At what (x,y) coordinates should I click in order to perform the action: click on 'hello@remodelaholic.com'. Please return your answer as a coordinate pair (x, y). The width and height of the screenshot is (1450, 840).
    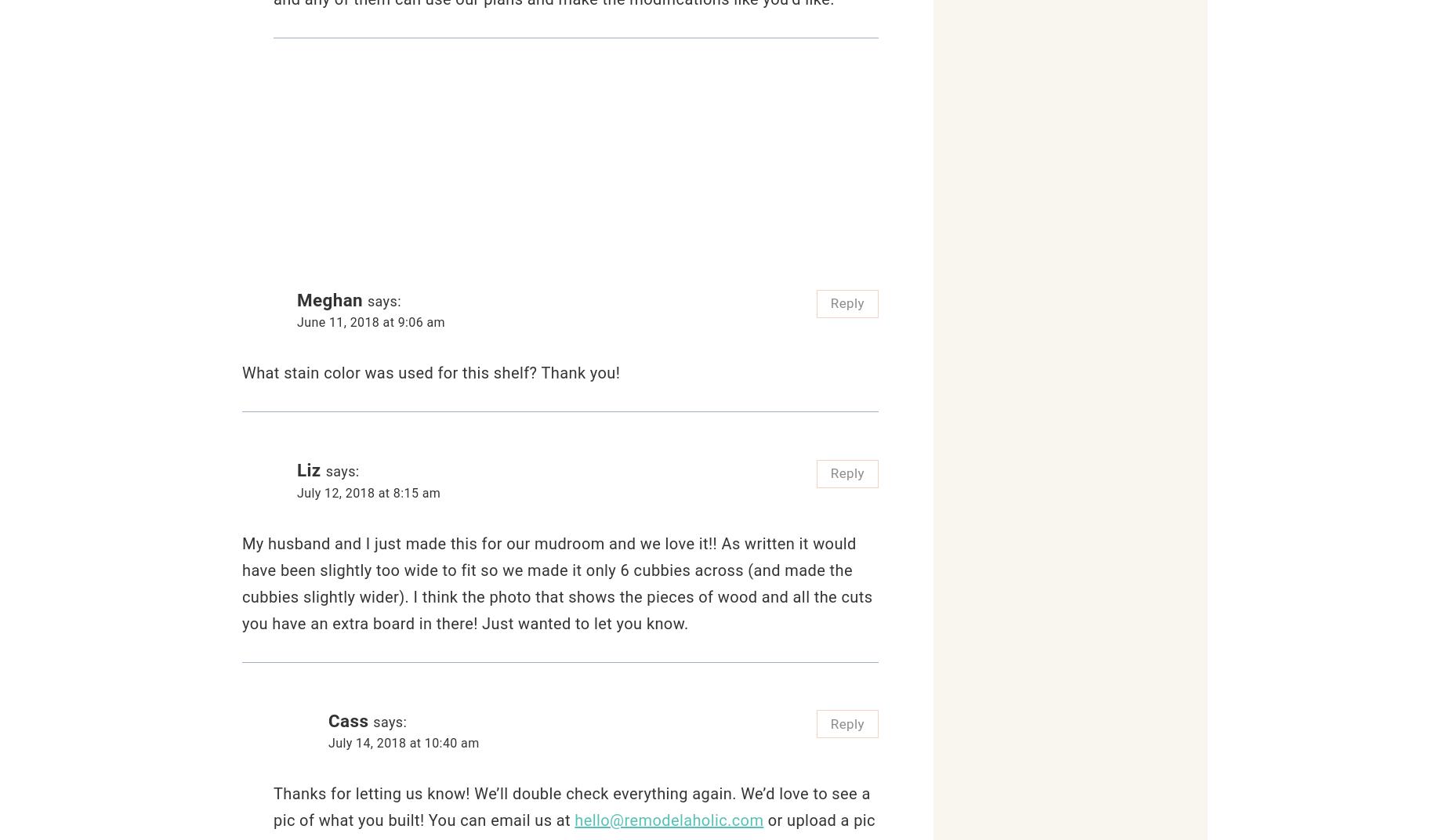
    Looking at the image, I should click on (669, 820).